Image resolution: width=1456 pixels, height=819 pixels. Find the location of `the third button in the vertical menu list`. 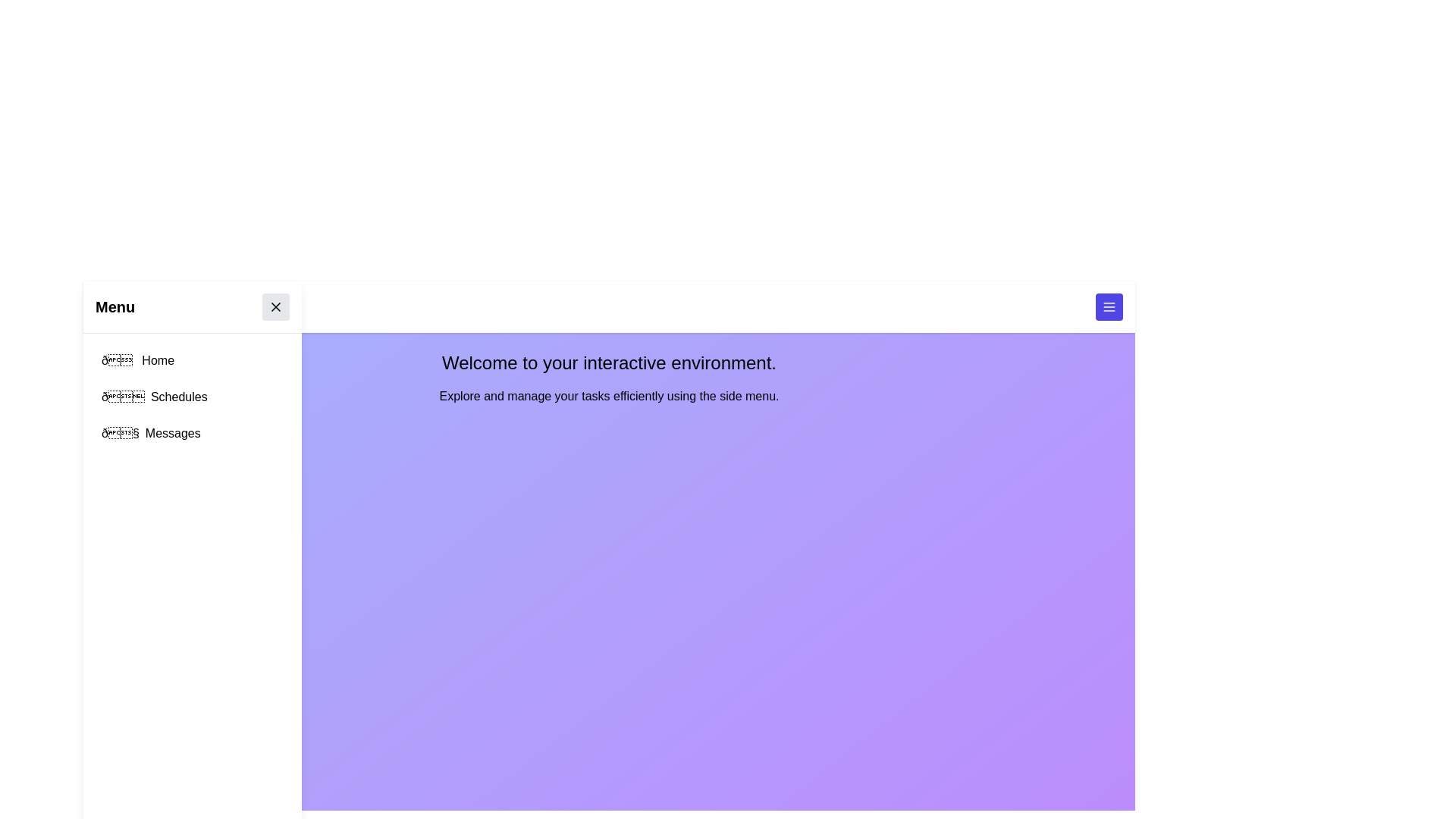

the third button in the vertical menu list is located at coordinates (192, 433).